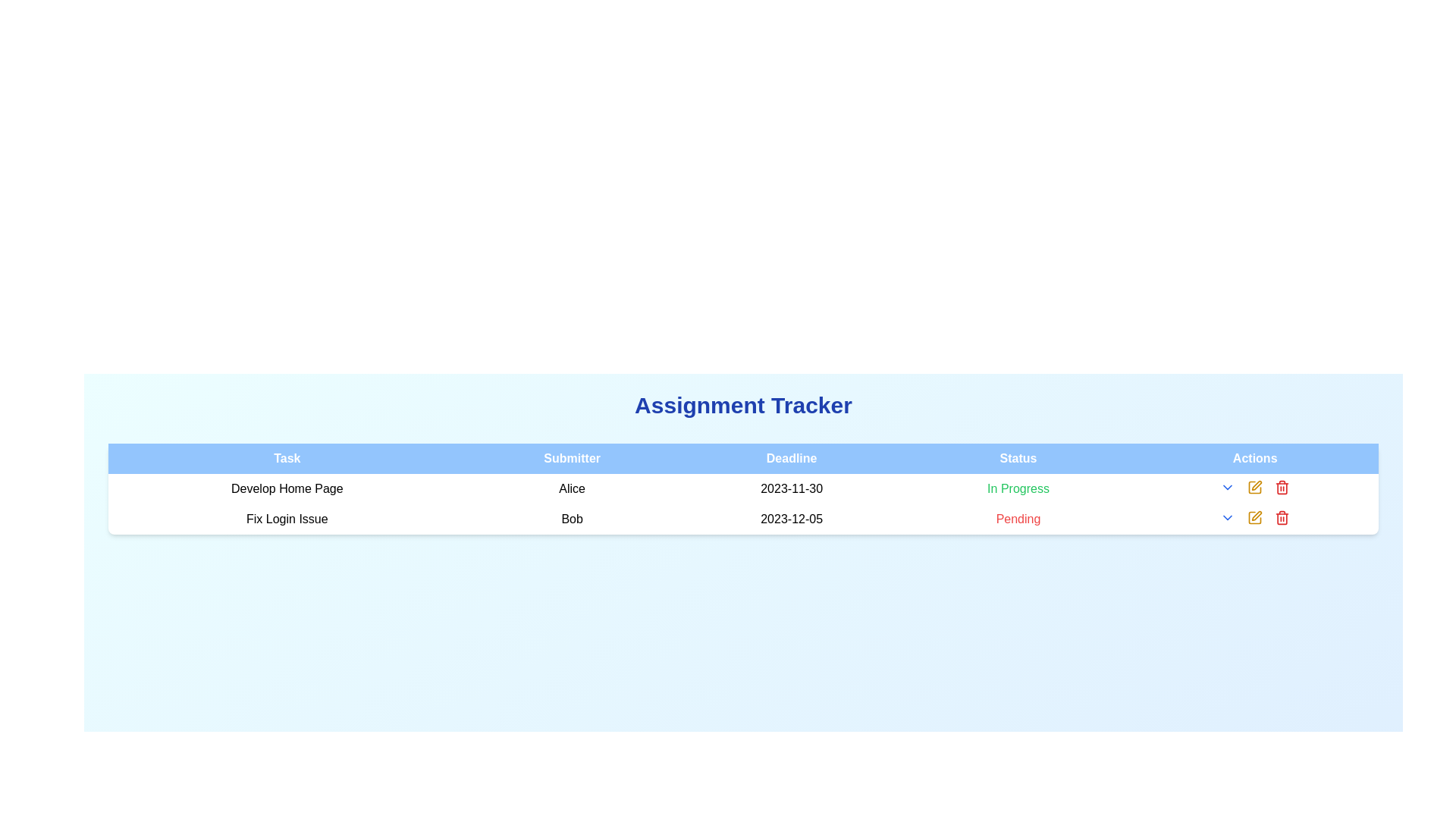  Describe the element at coordinates (287, 488) in the screenshot. I see `text displayed in the 'Task' column, specifically the text 'Develop Home Page' located in the first row of the table` at that location.